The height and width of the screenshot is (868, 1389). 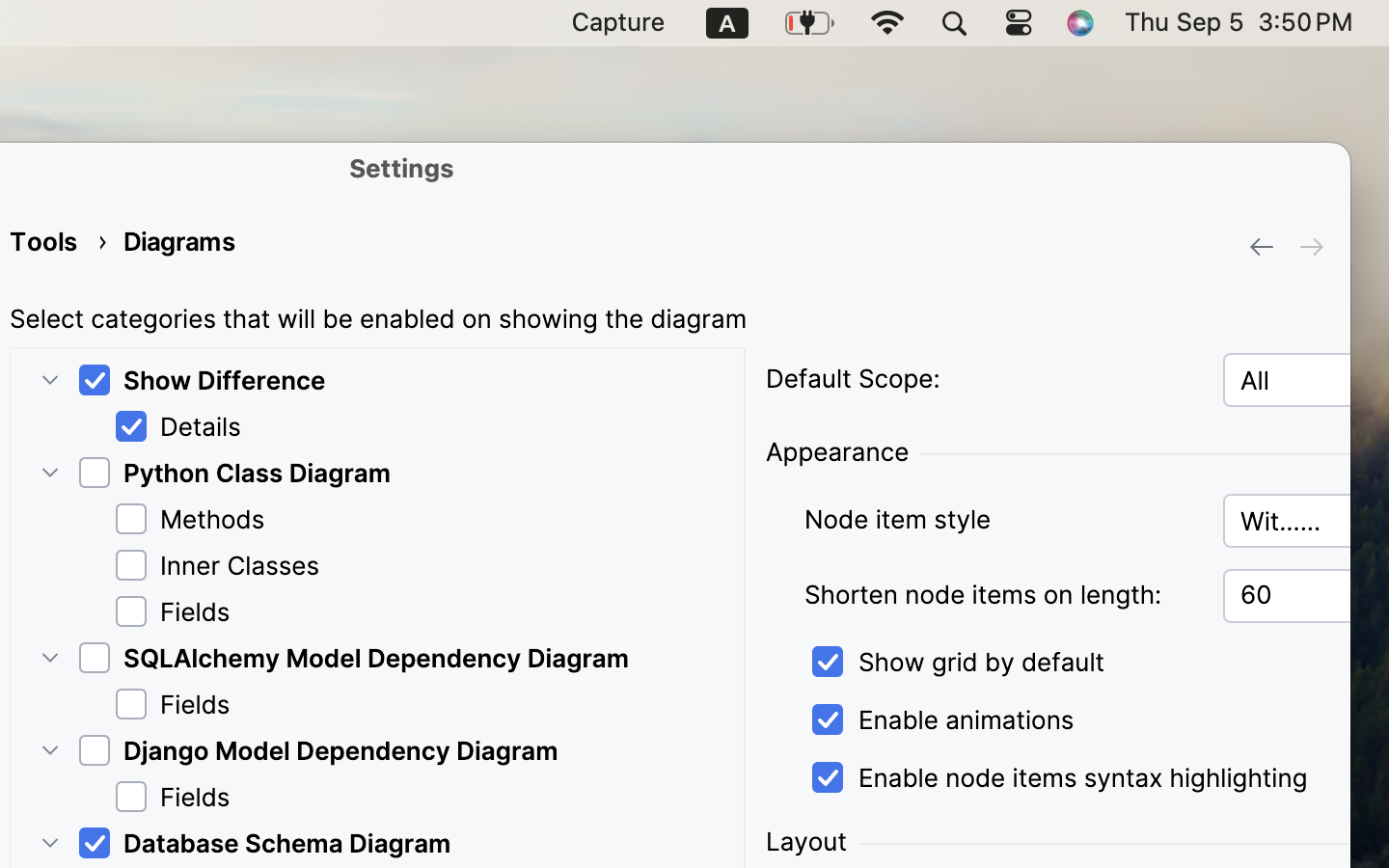 What do you see at coordinates (376, 318) in the screenshot?
I see `'Select categories that will be enabled on showing the diagram'` at bounding box center [376, 318].